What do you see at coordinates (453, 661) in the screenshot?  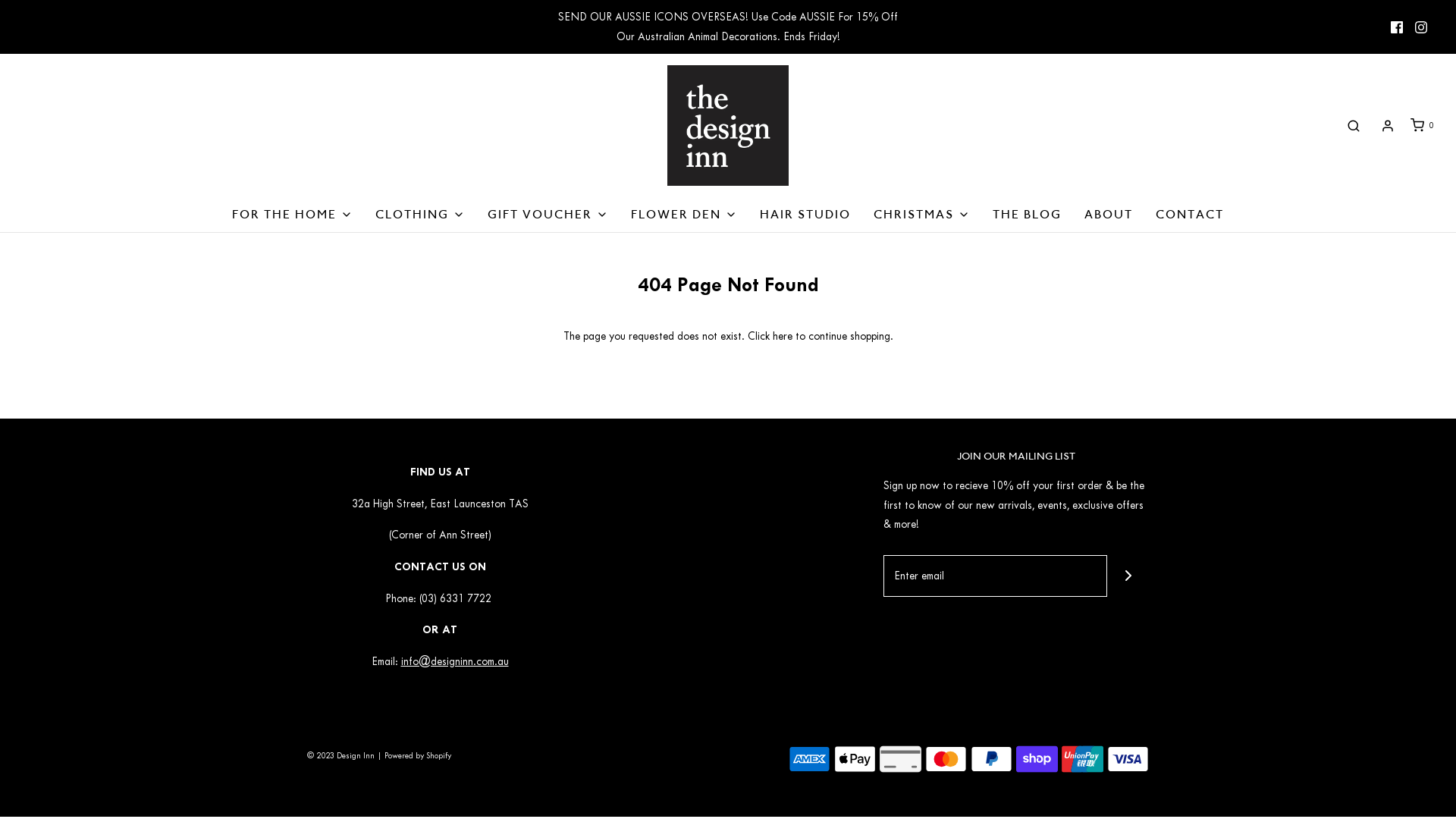 I see `'info@designinn.com.au'` at bounding box center [453, 661].